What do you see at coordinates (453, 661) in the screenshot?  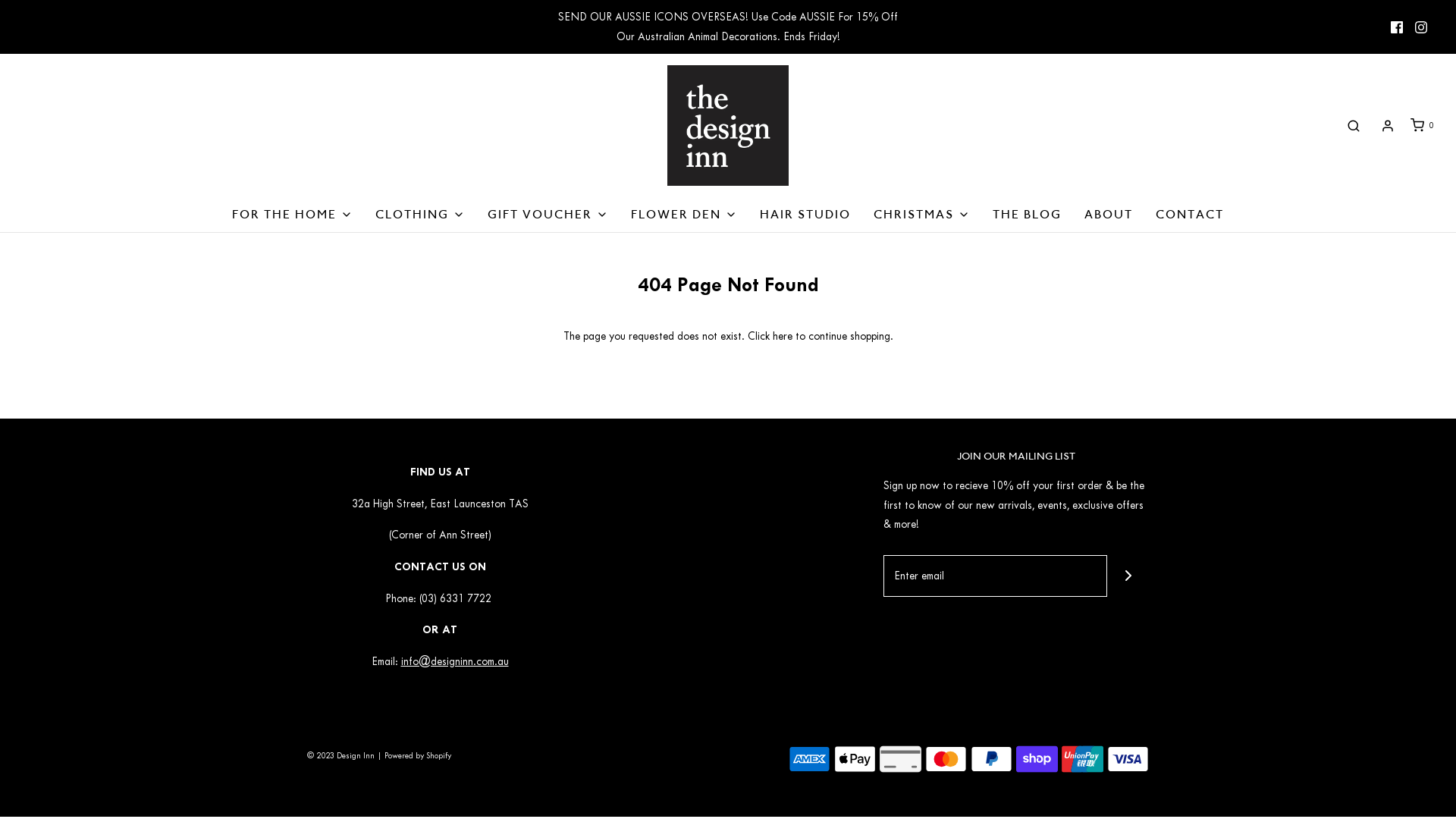 I see `'info@designinn.com.au'` at bounding box center [453, 661].